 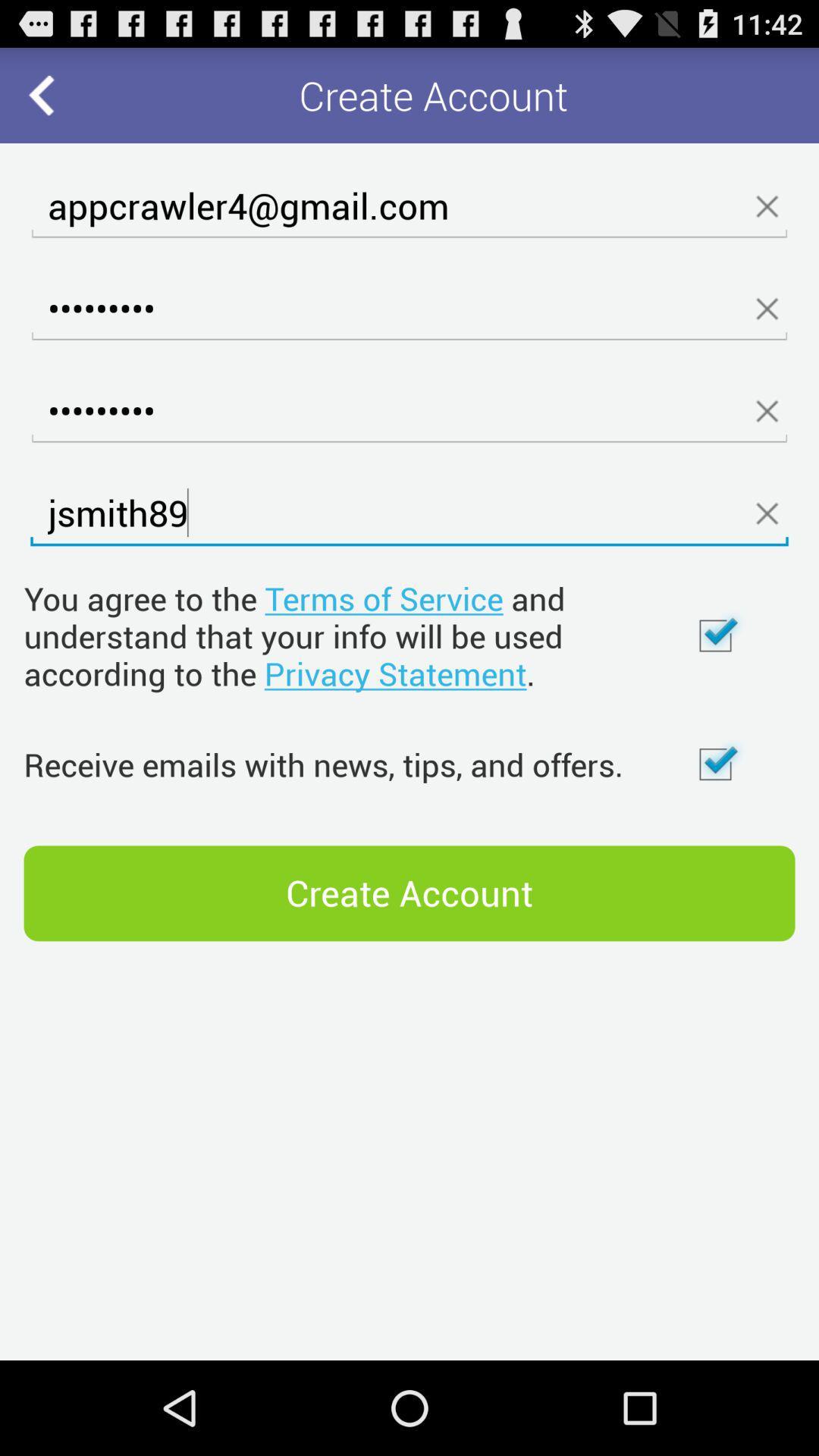 I want to click on the arrow_backward icon, so click(x=46, y=101).